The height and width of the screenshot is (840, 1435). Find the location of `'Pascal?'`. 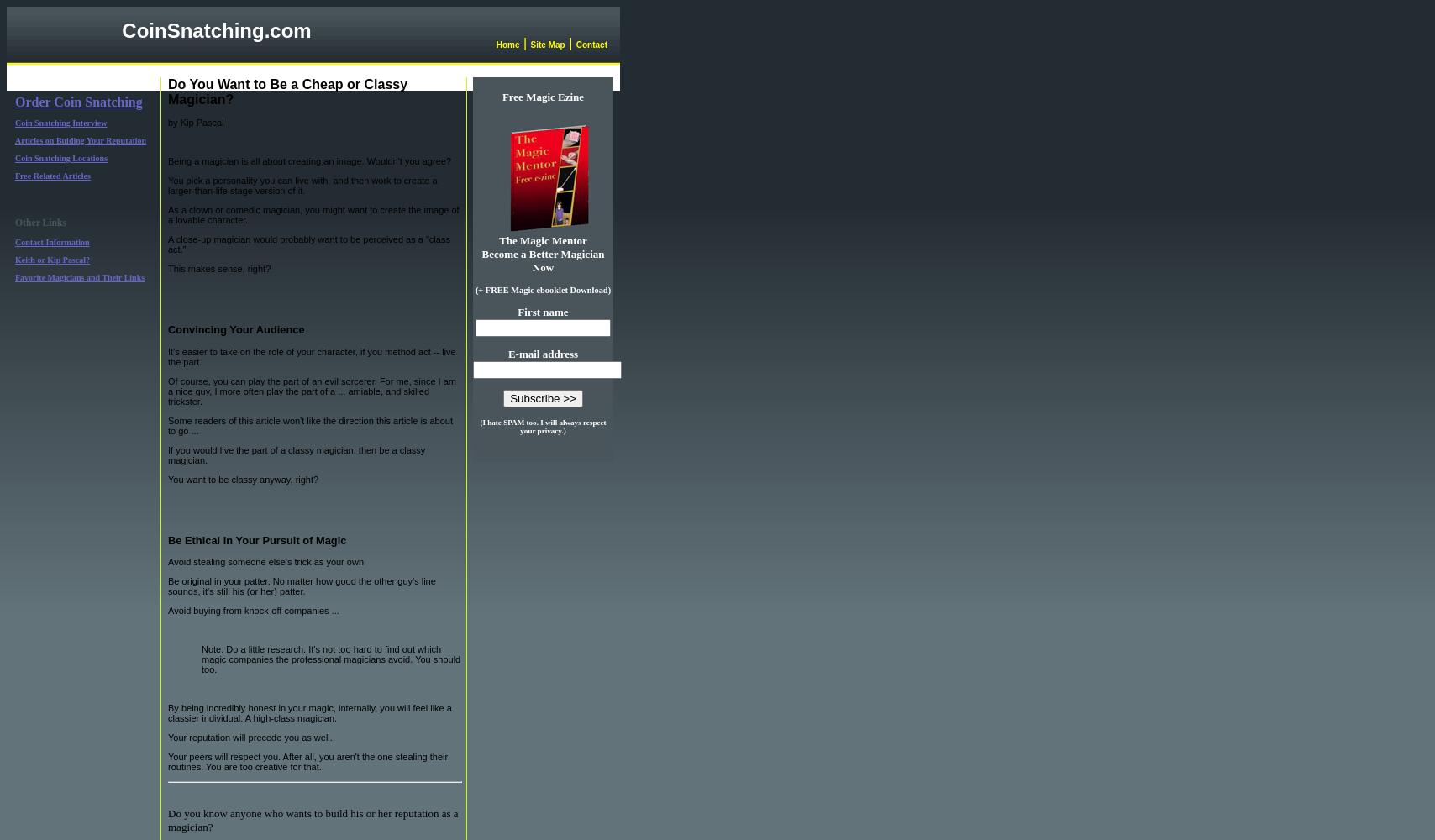

'Pascal?' is located at coordinates (75, 260).